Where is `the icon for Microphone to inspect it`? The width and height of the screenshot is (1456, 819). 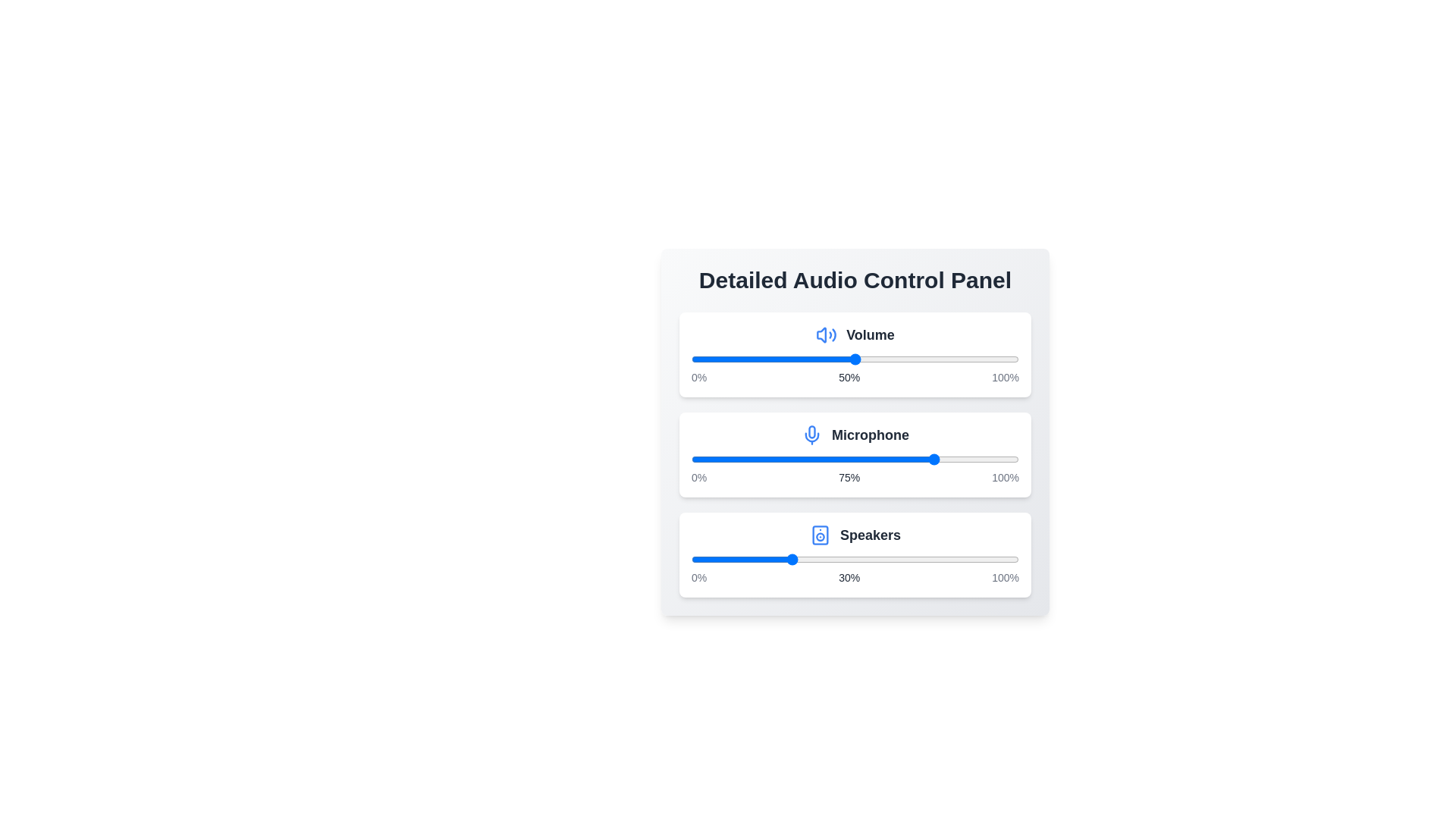
the icon for Microphone to inspect it is located at coordinates (811, 435).